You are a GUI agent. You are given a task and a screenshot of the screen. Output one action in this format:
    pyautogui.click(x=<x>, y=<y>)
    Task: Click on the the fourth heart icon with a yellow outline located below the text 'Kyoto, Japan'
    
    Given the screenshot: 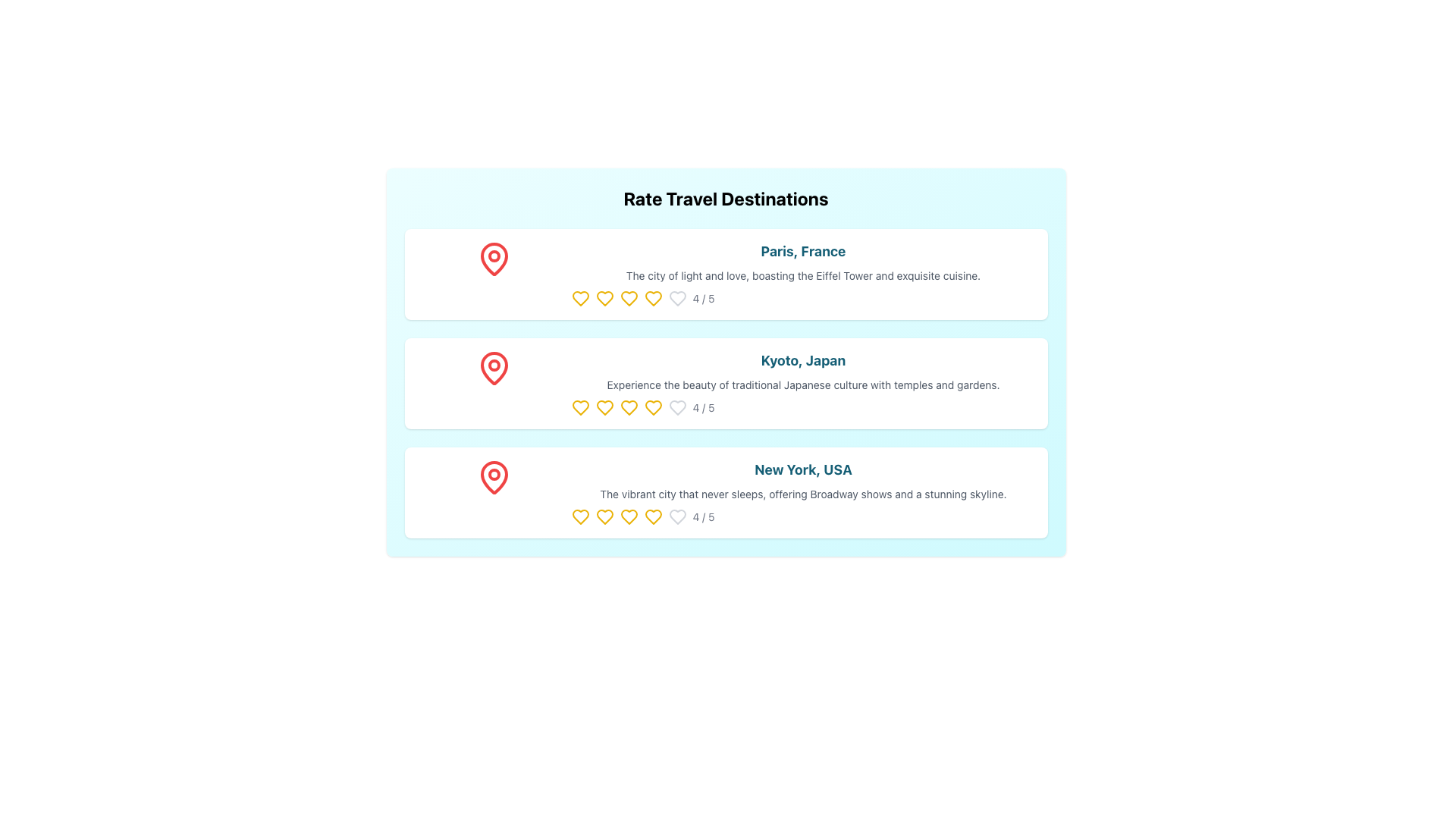 What is the action you would take?
    pyautogui.click(x=653, y=406)
    